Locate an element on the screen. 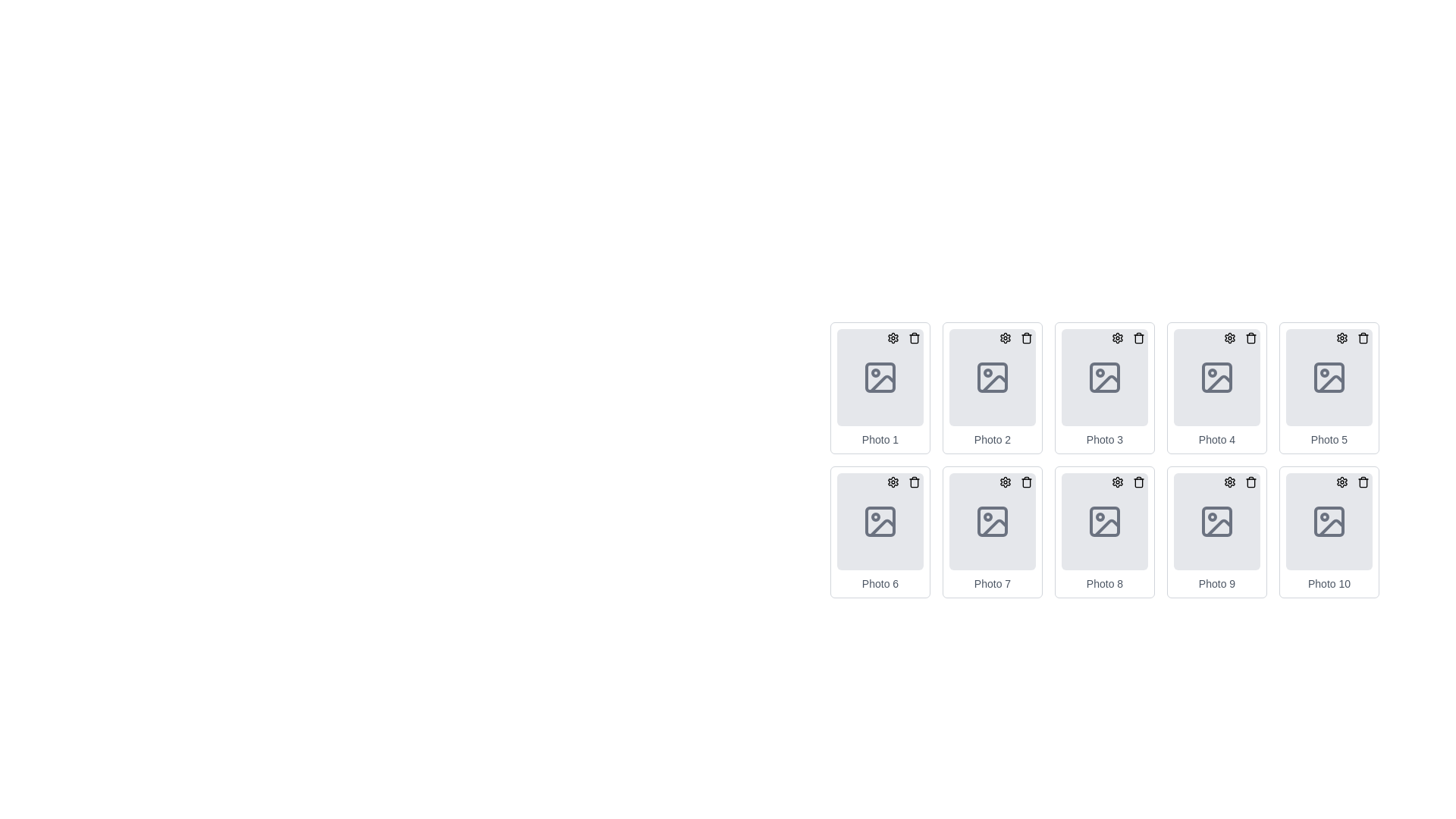 Image resolution: width=1456 pixels, height=819 pixels. the SVG Rectangle with rounded corners that is part of the image icon for Photo 4 in the first row's fourth position of the photo grid is located at coordinates (1216, 376).